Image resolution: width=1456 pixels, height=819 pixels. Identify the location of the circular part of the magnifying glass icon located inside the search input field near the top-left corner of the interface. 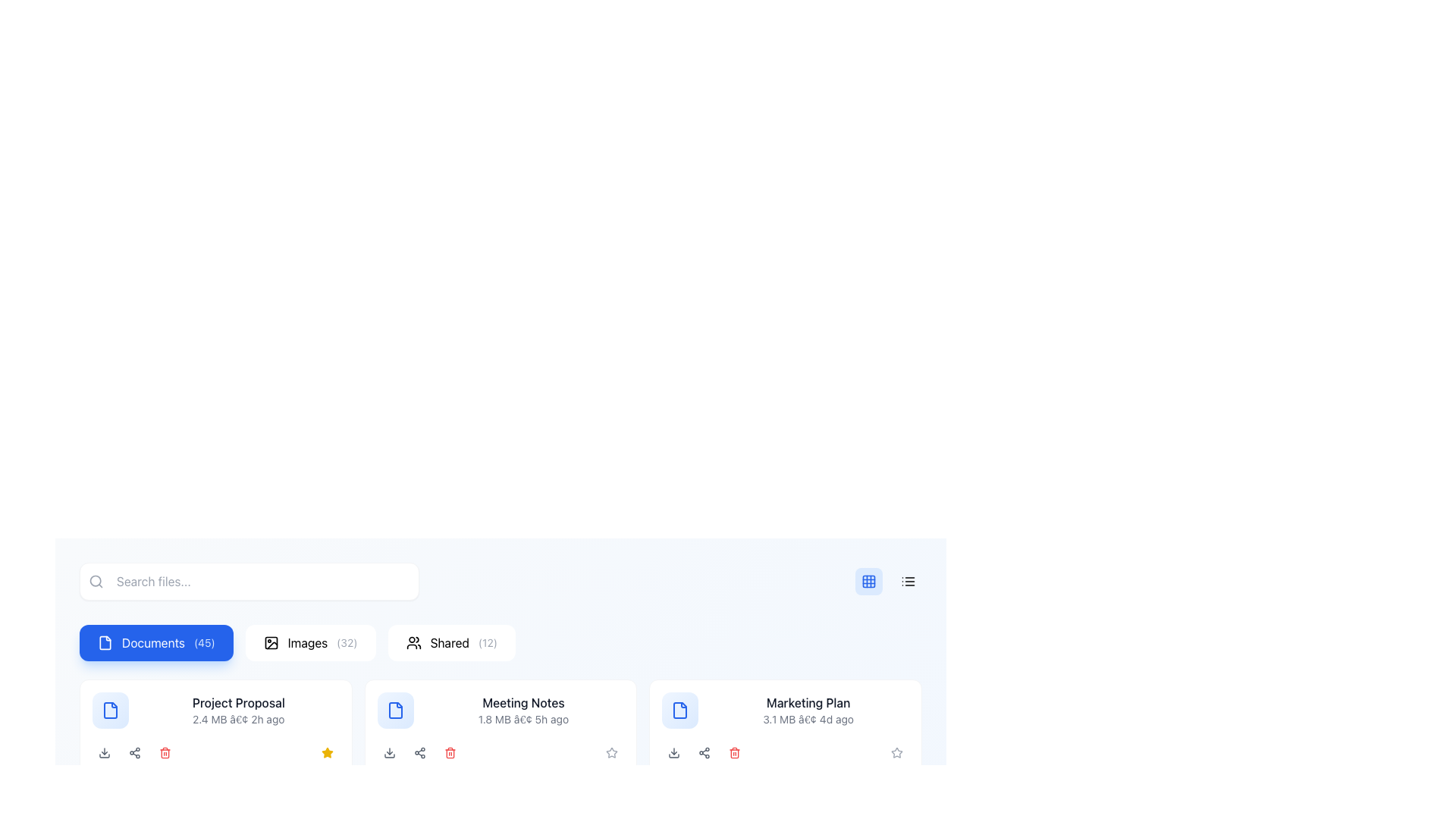
(95, 580).